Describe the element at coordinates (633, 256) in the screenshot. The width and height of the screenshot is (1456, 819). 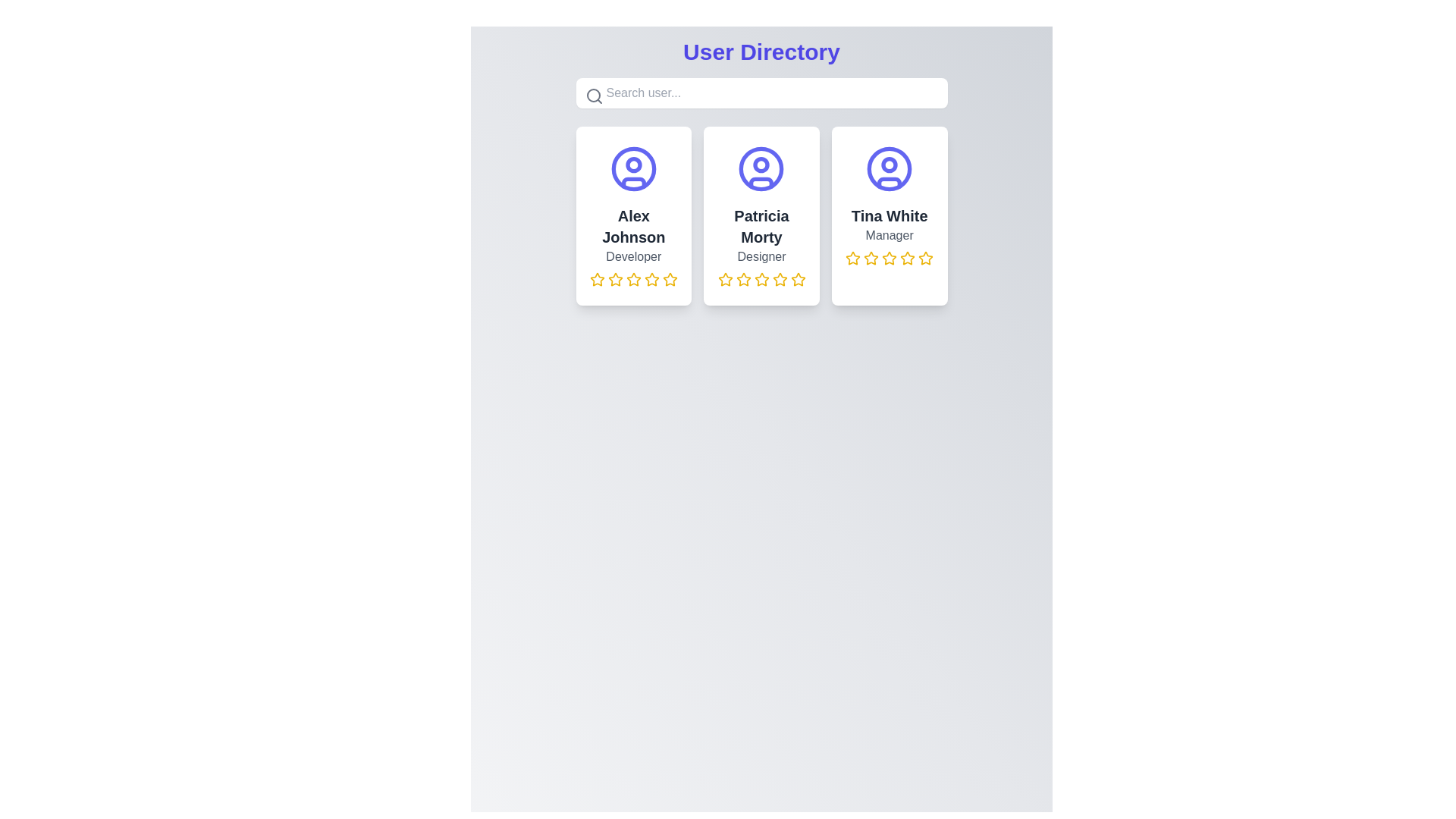
I see `the text label that contains 'Developer', which is located below the name 'Alex Johnson' in the user card` at that location.